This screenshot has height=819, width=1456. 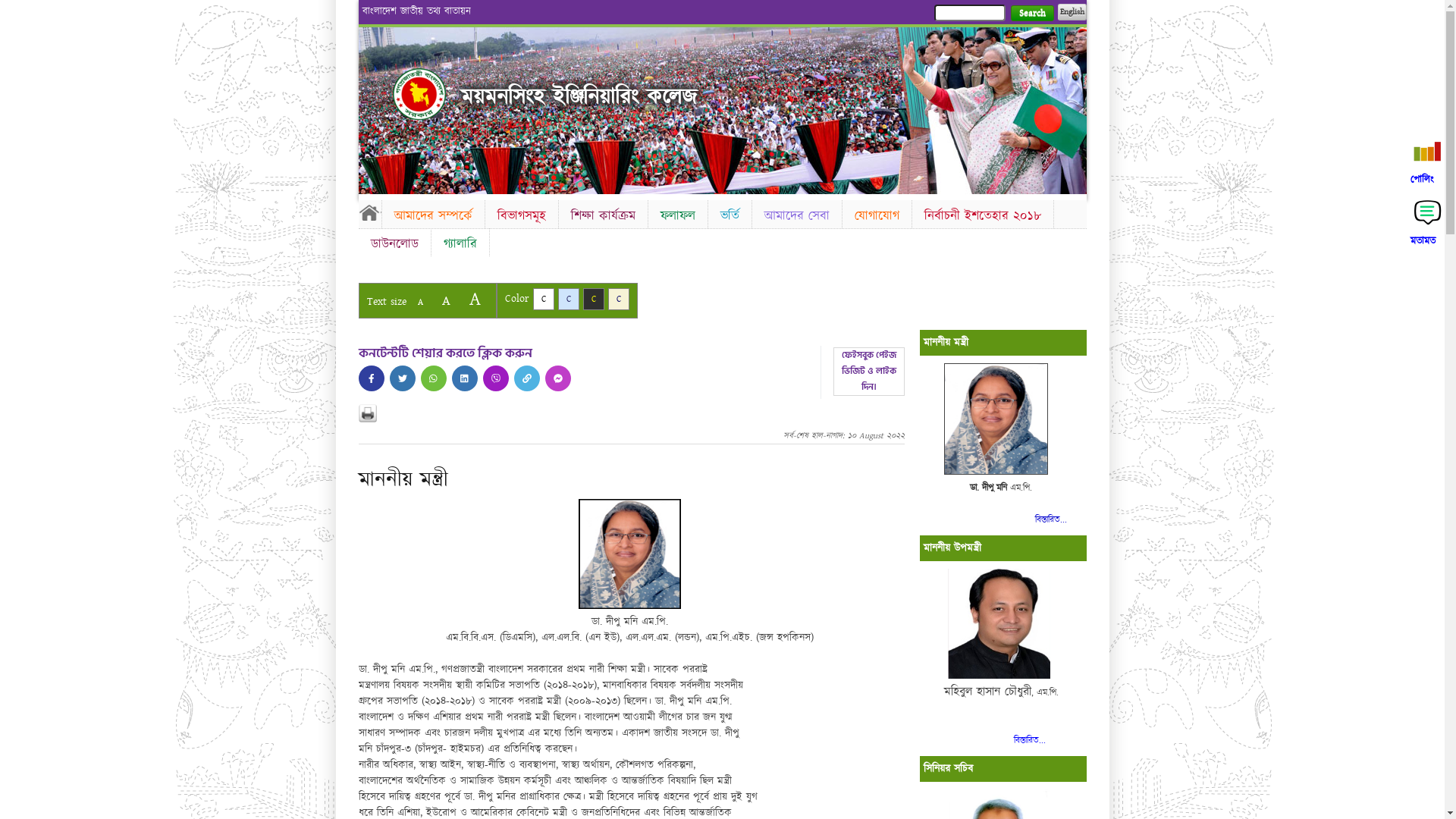 I want to click on 'Search', so click(x=1031, y=13).